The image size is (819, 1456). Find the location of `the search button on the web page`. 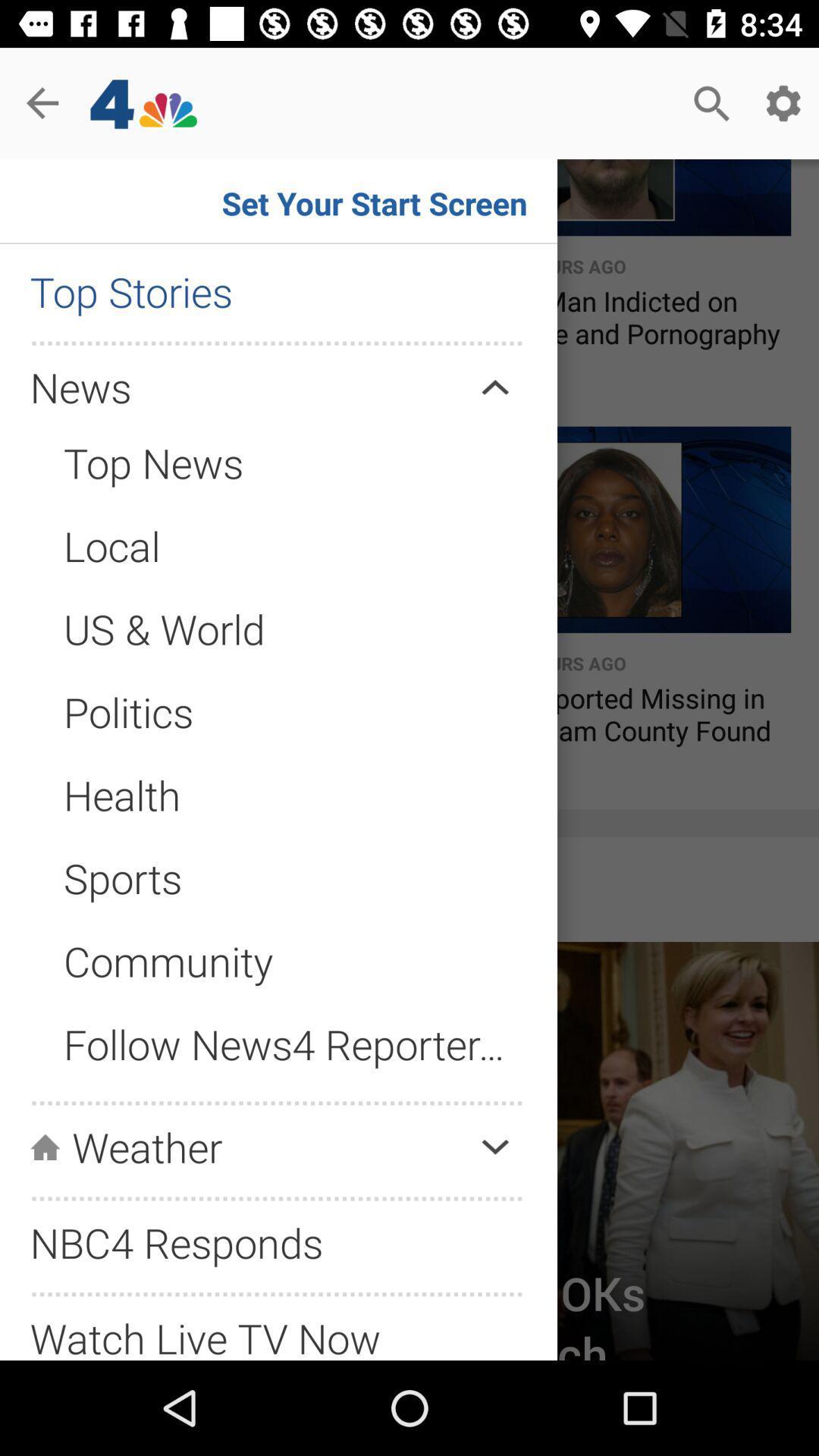

the search button on the web page is located at coordinates (711, 103).